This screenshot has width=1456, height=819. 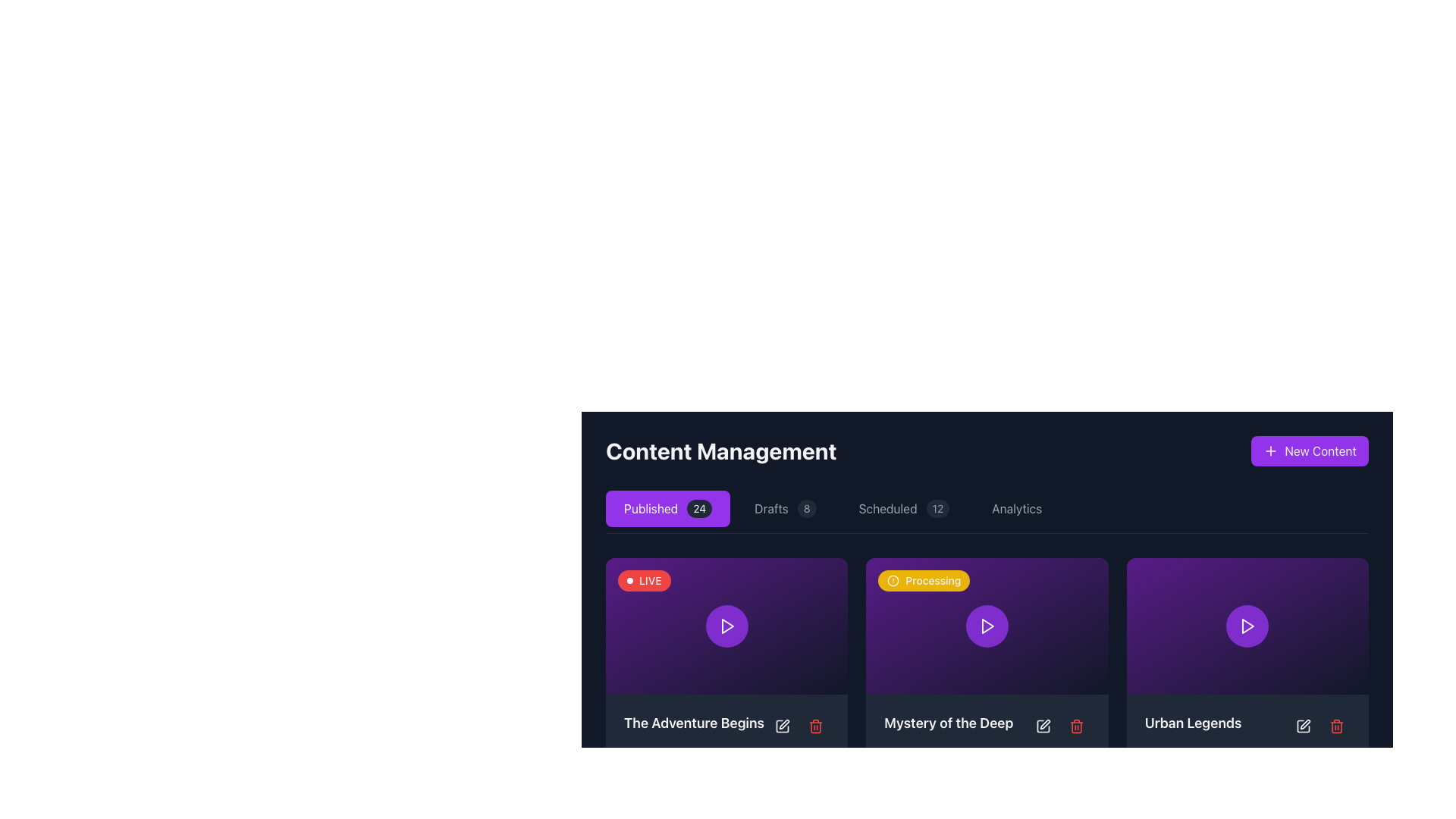 I want to click on the third Interactive content card (playable video thumbnail area) titled 'Urban Legends' located at the bottom-right of the 'Content Management' panel, so click(x=1247, y=626).